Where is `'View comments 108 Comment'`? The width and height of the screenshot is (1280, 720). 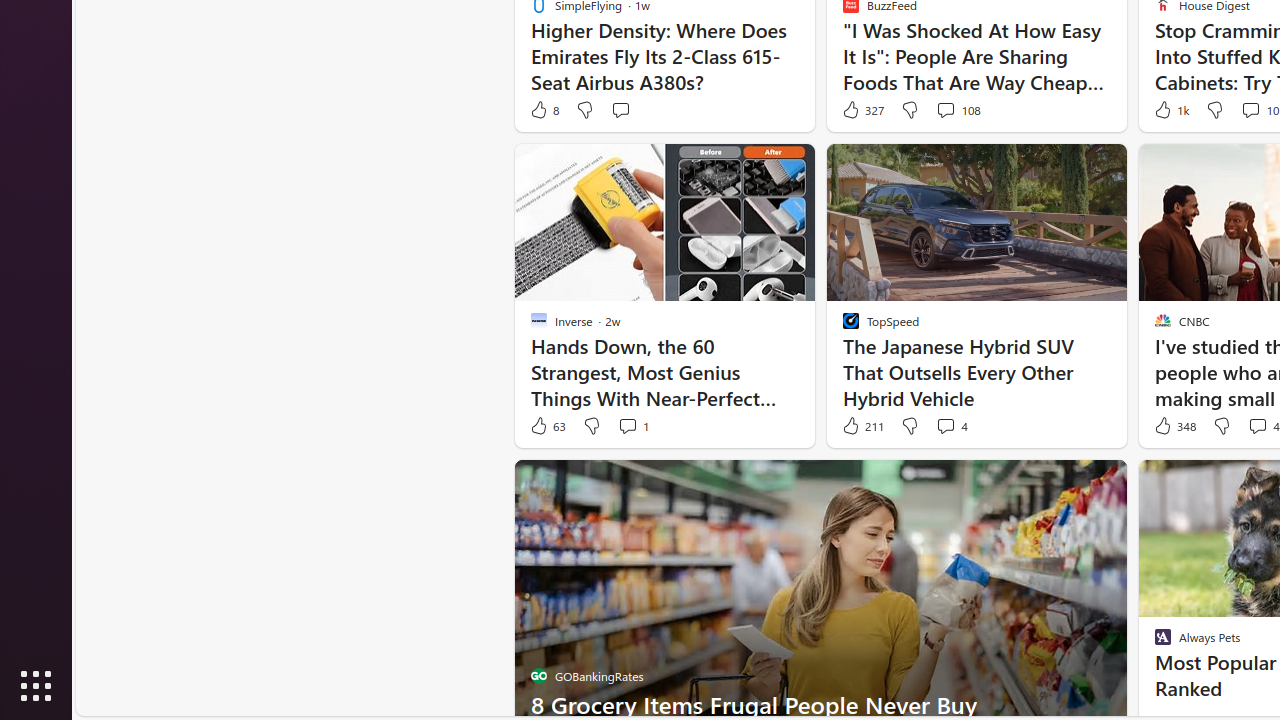
'View comments 108 Comment' is located at coordinates (944, 110).